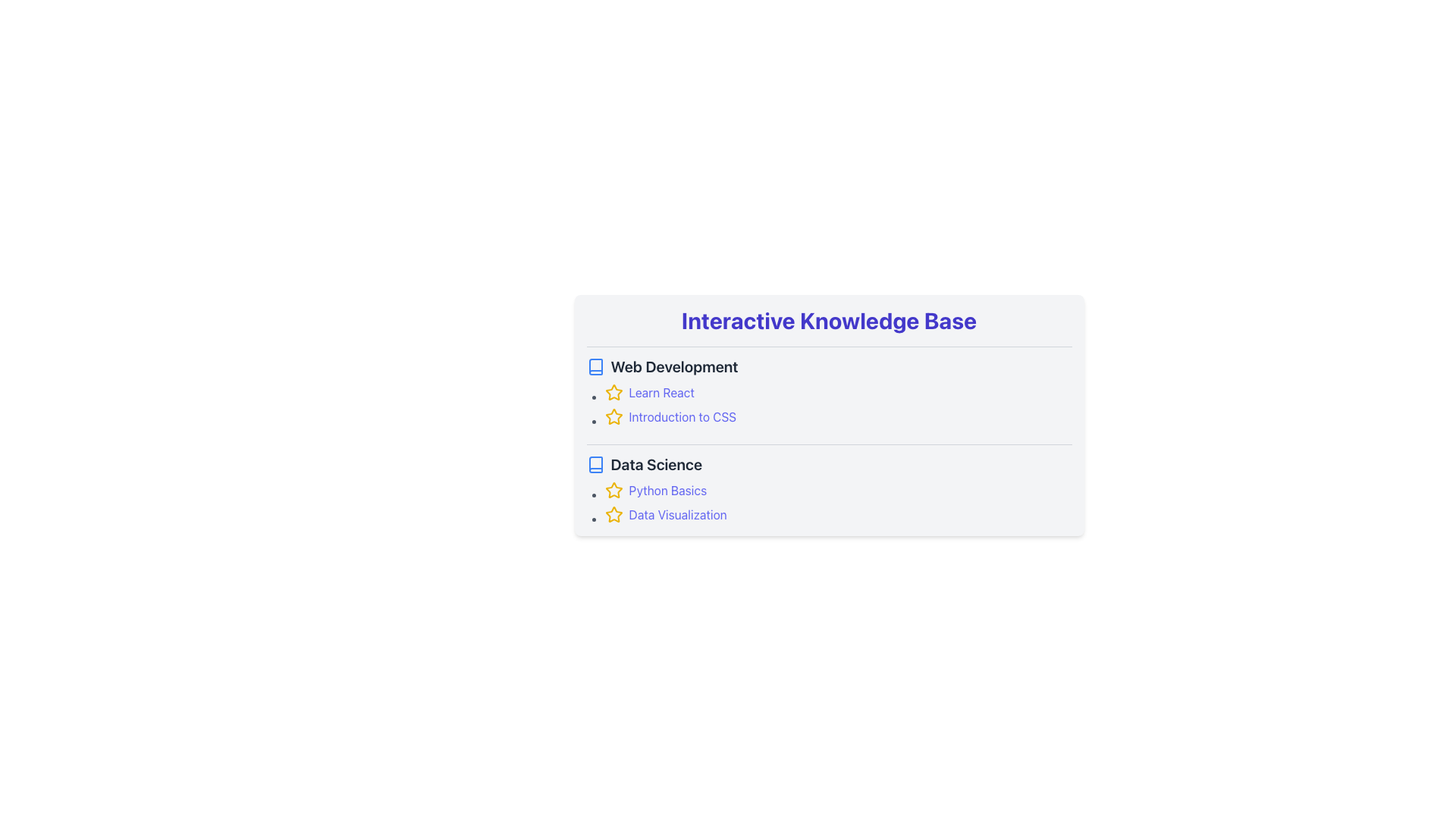 The image size is (1456, 819). I want to click on the blue open book icon located to the left of the 'Data Science' text, so click(595, 464).